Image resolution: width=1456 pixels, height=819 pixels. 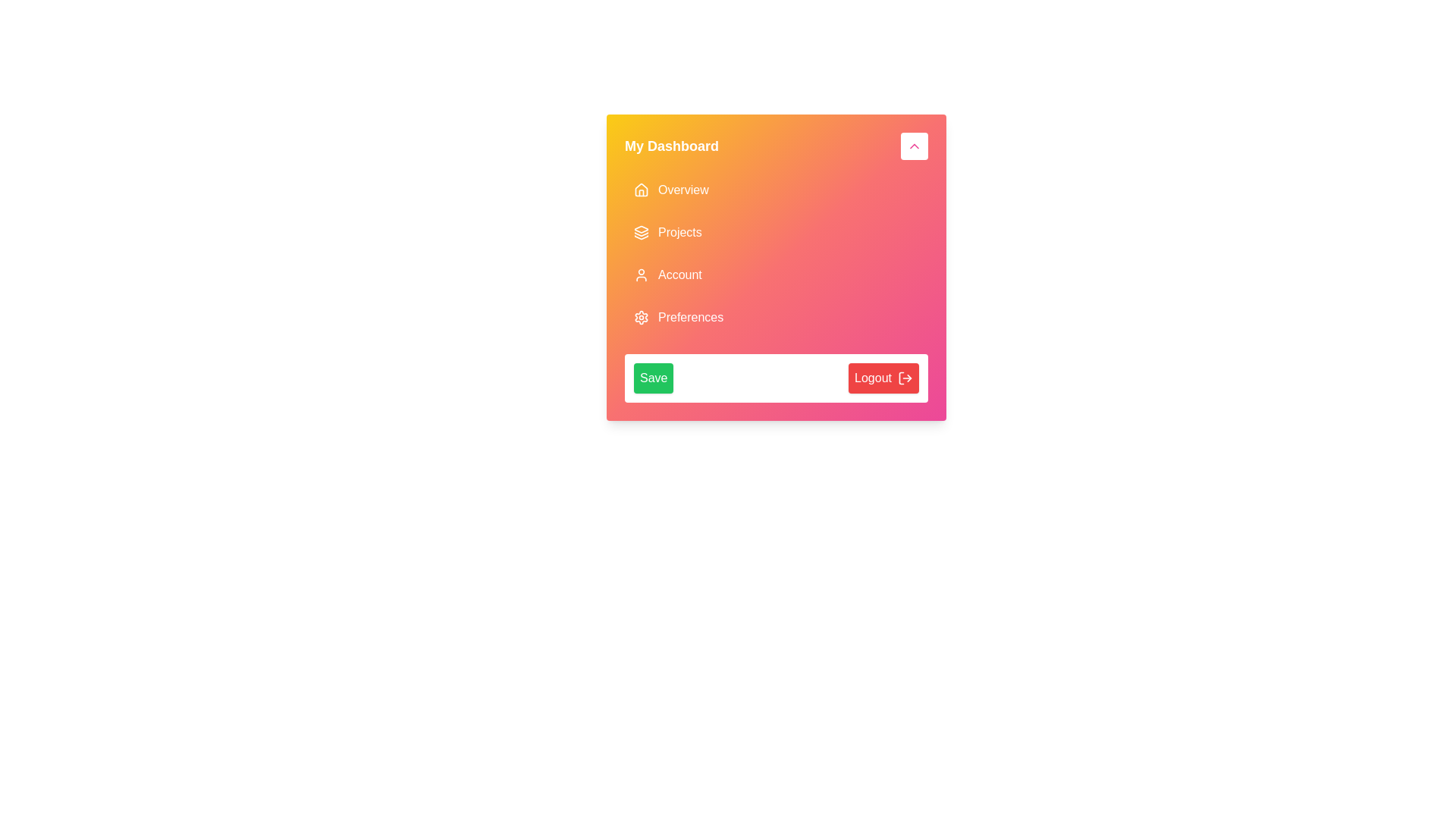 I want to click on the 'Projects' text label, which is styled in white font on a gradient background and located in the second row of the vertical menu, so click(x=679, y=233).